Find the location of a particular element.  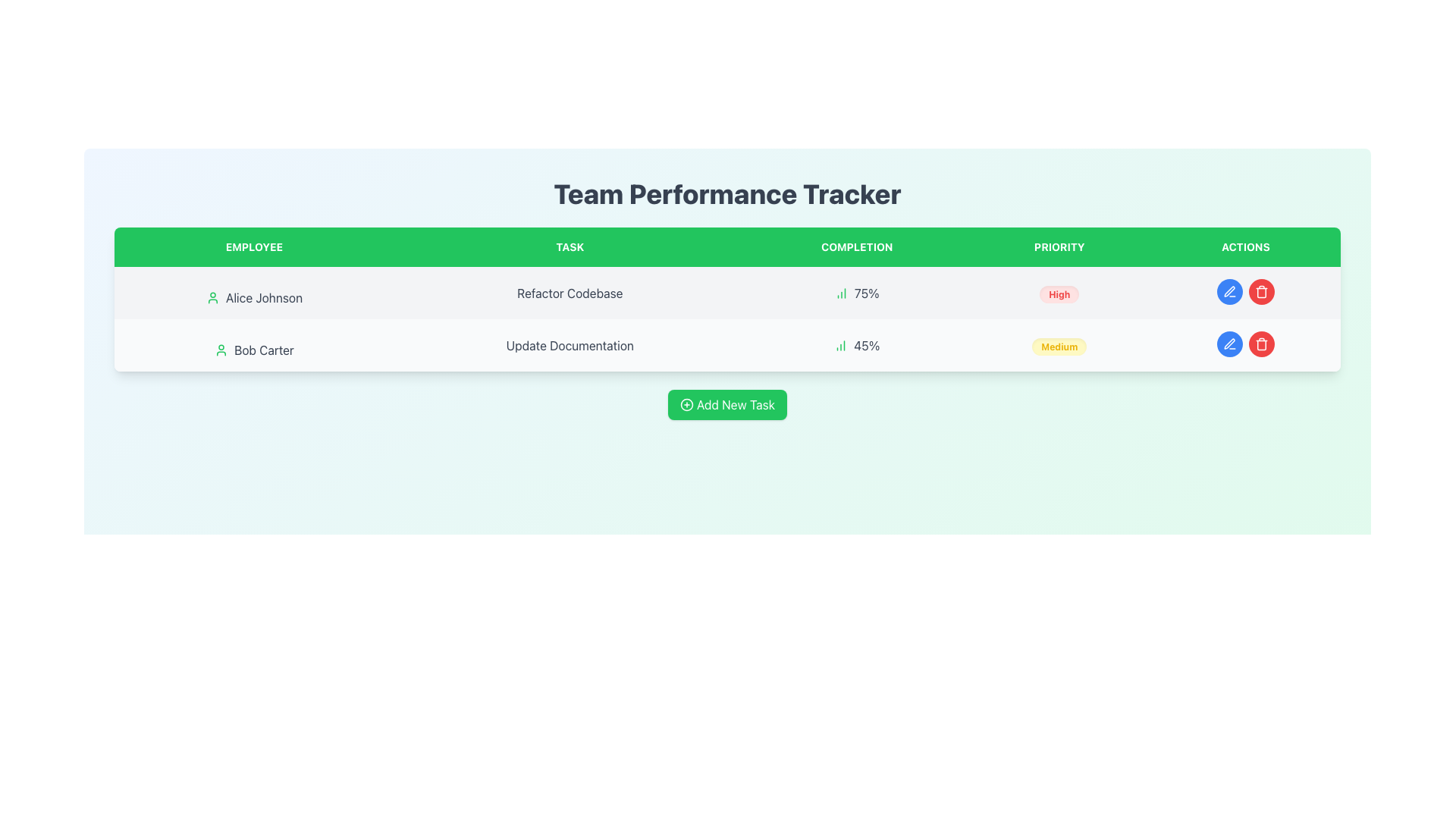

the header label for the 'Task' column in the table, which is positioned between the 'Employee' and 'Completion' sections is located at coordinates (569, 246).